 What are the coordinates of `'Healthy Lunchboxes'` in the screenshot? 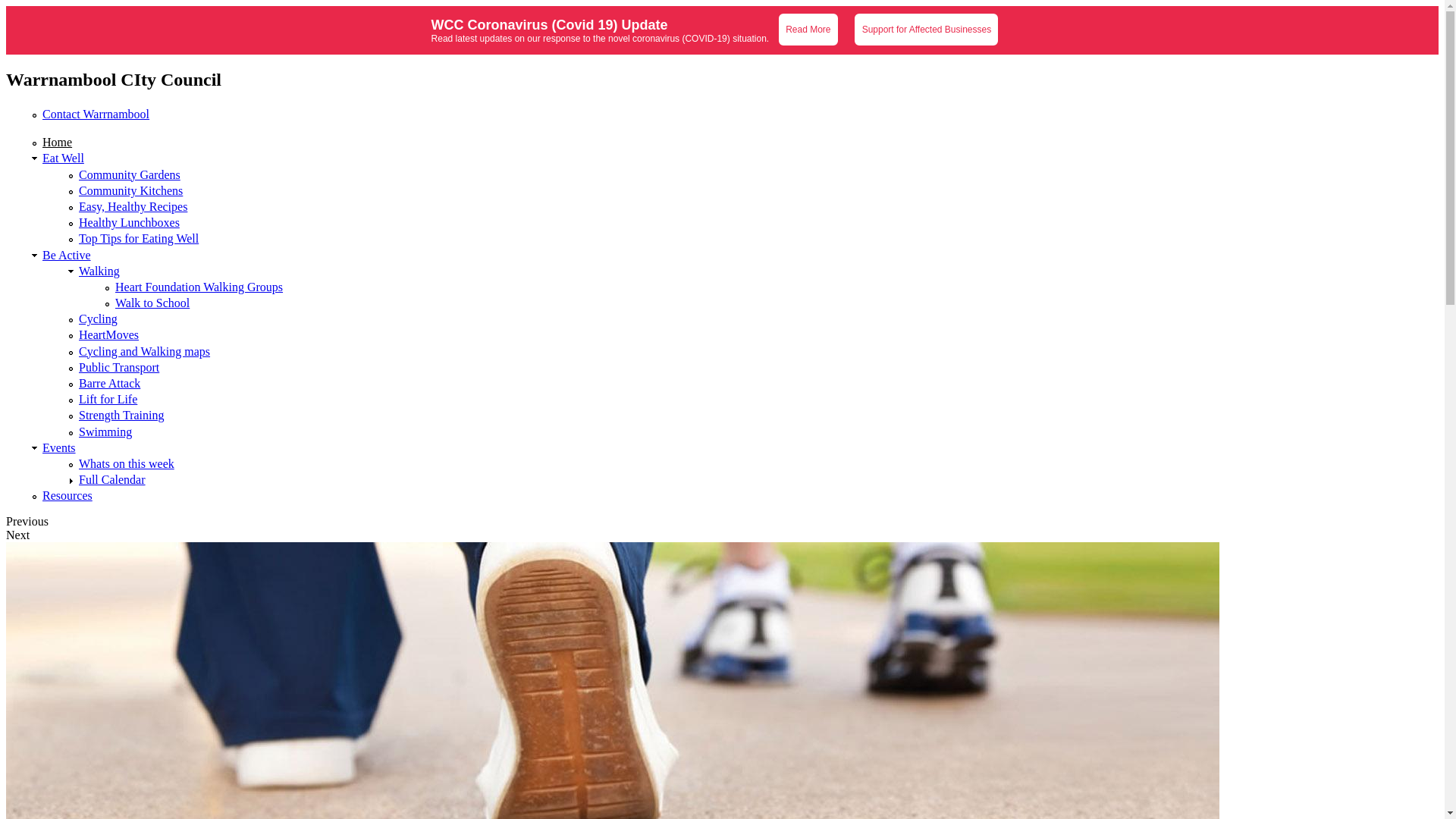 It's located at (129, 222).